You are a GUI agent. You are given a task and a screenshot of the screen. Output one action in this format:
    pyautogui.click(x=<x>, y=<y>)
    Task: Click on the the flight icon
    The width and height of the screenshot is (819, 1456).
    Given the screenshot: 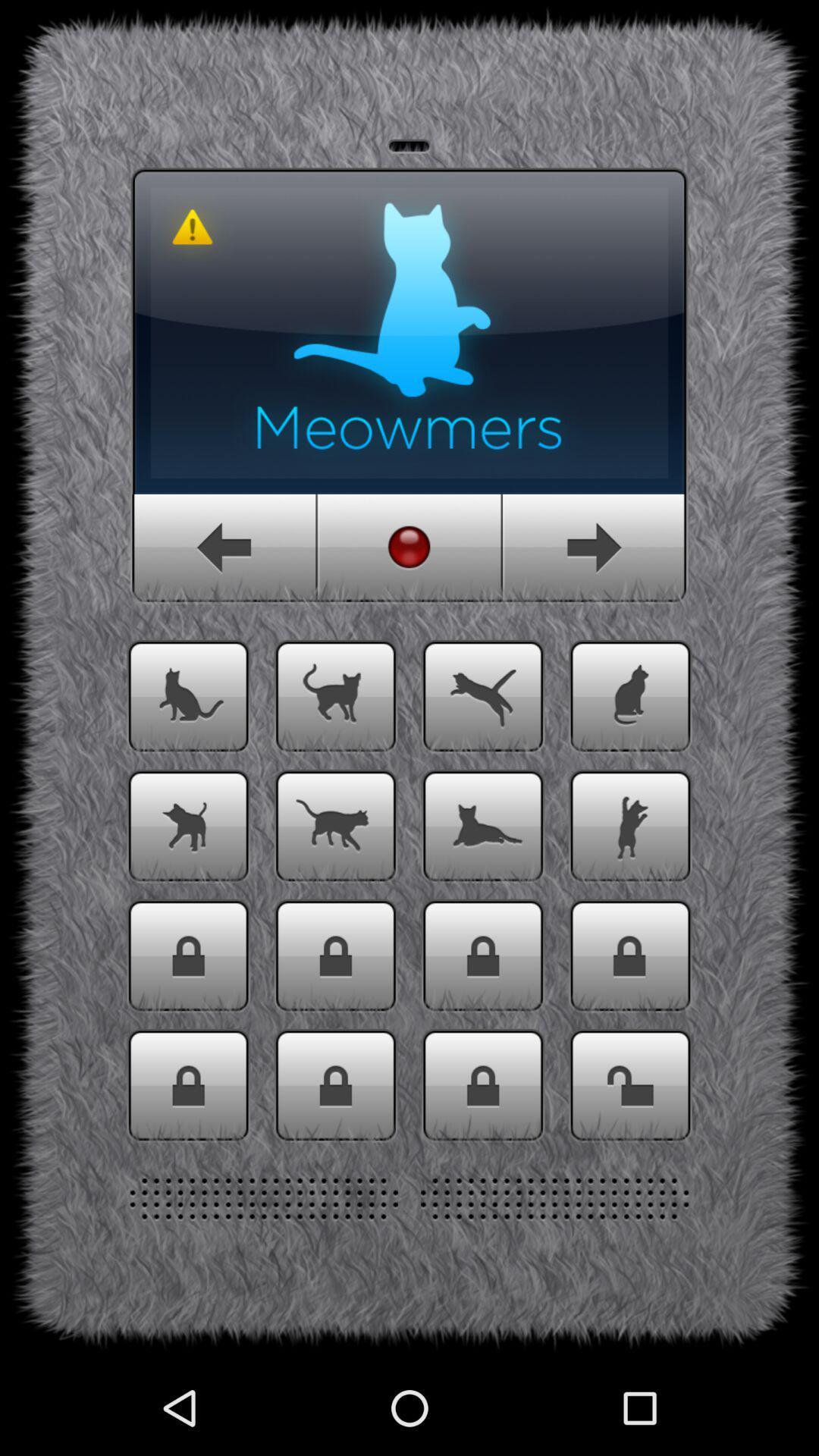 What is the action you would take?
    pyautogui.click(x=187, y=893)
    